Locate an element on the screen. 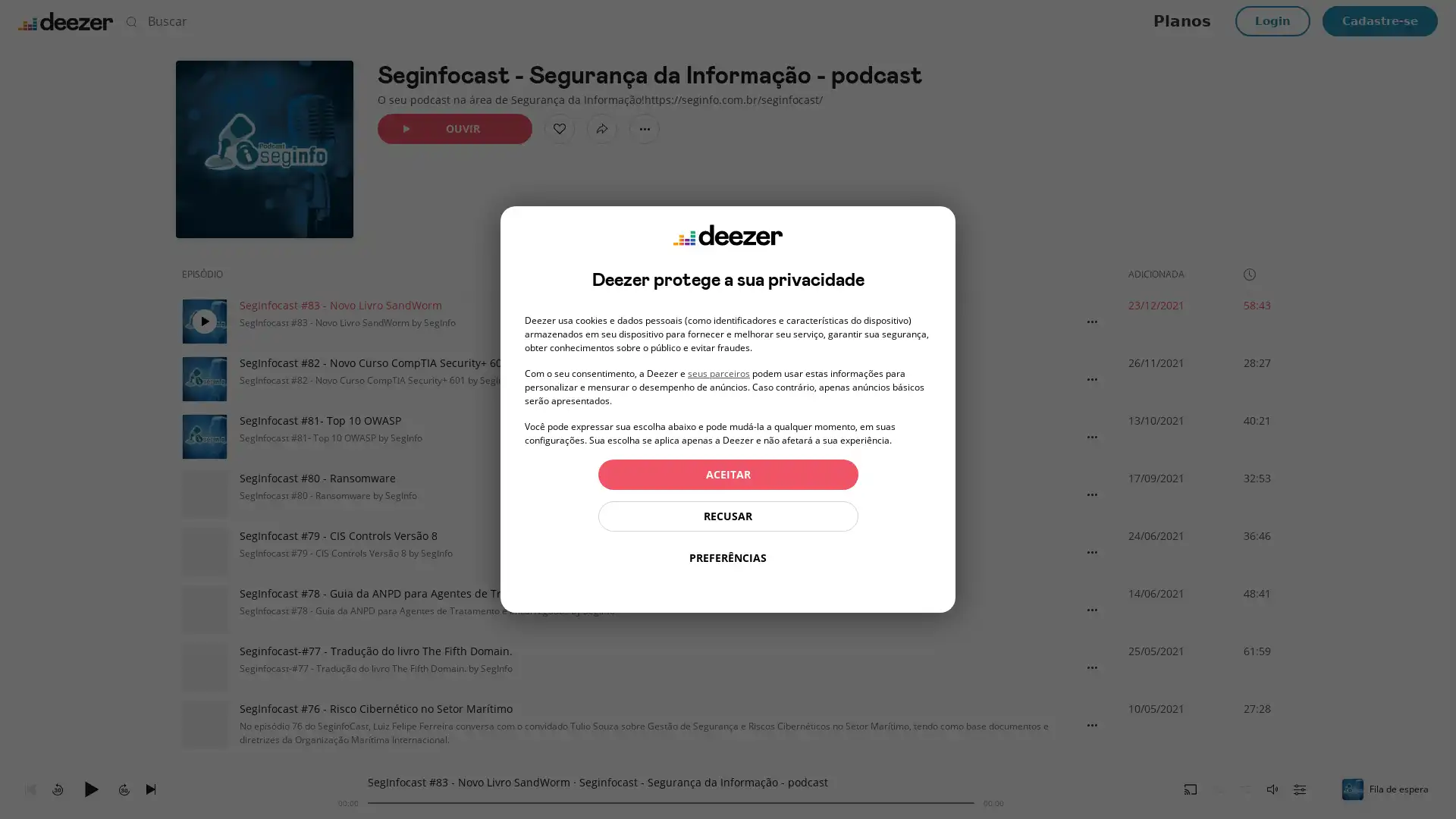  Fila de espera is located at coordinates (1386, 788).